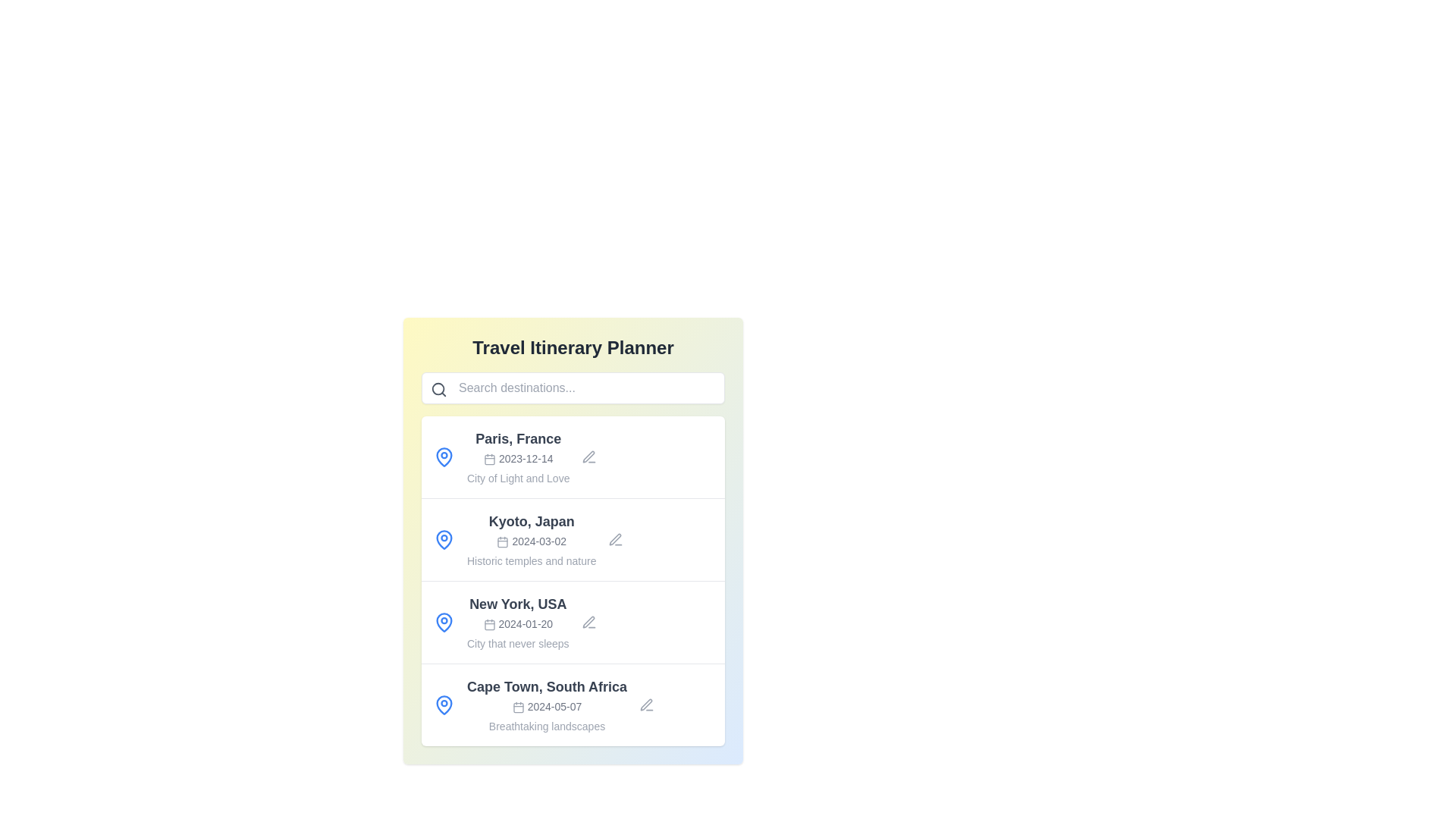 This screenshot has height=819, width=1456. What do you see at coordinates (443, 455) in the screenshot?
I see `the blue outline map pin icon located to the left of the text 'Paris, France' to interact with the associated destination` at bounding box center [443, 455].